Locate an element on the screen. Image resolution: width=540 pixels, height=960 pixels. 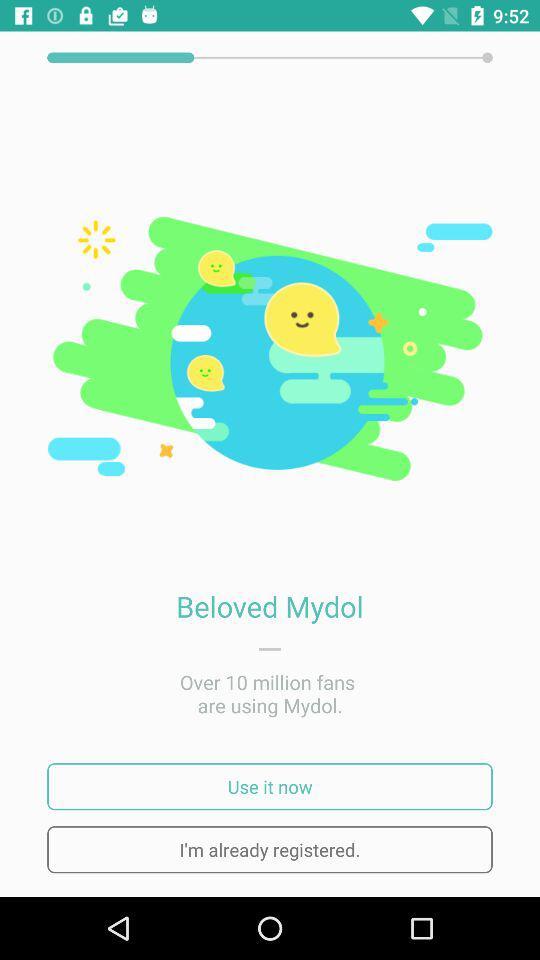
use it now icon is located at coordinates (270, 786).